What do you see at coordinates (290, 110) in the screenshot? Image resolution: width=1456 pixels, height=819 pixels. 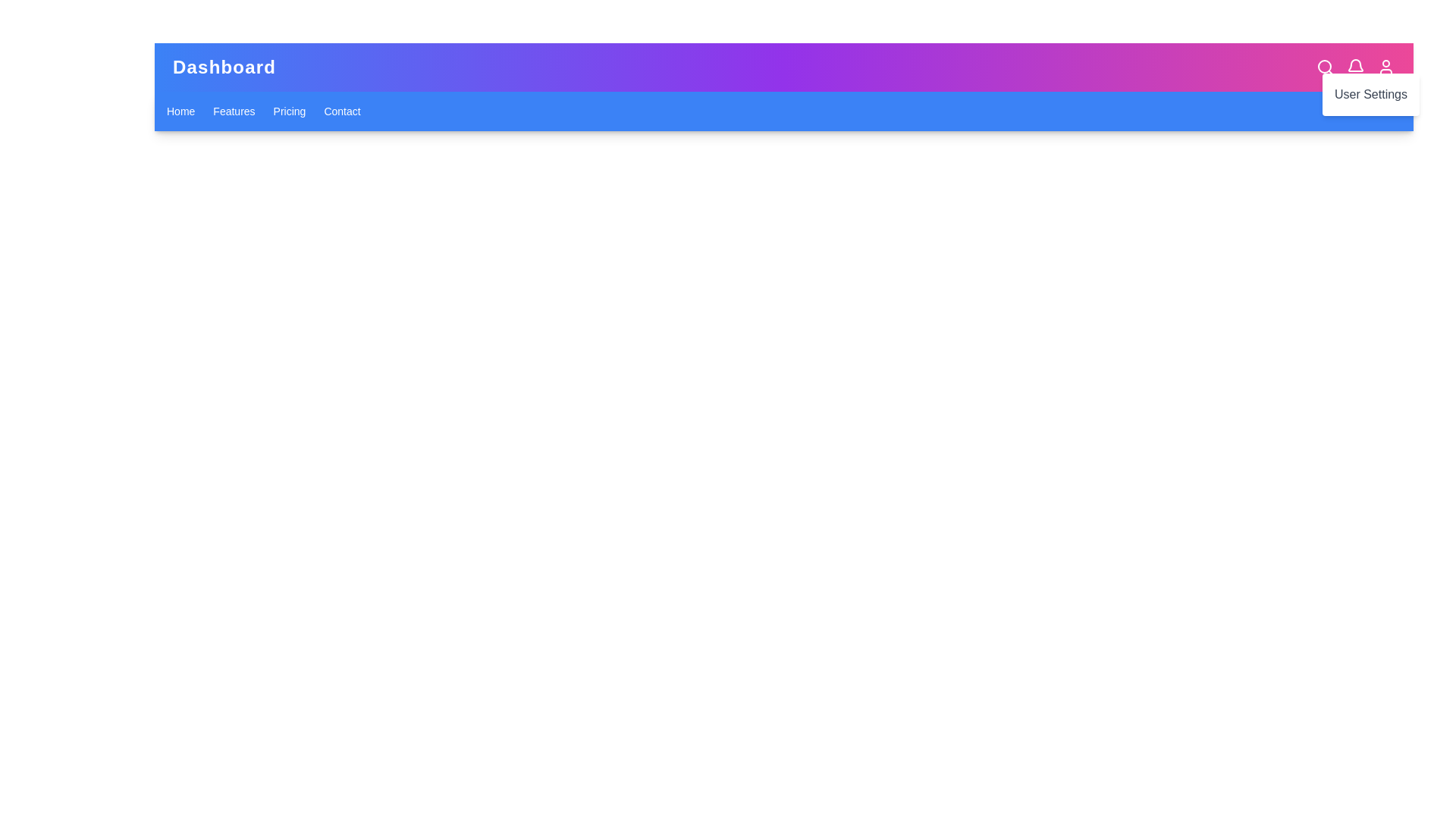 I see `the navigation menu item Pricing` at bounding box center [290, 110].